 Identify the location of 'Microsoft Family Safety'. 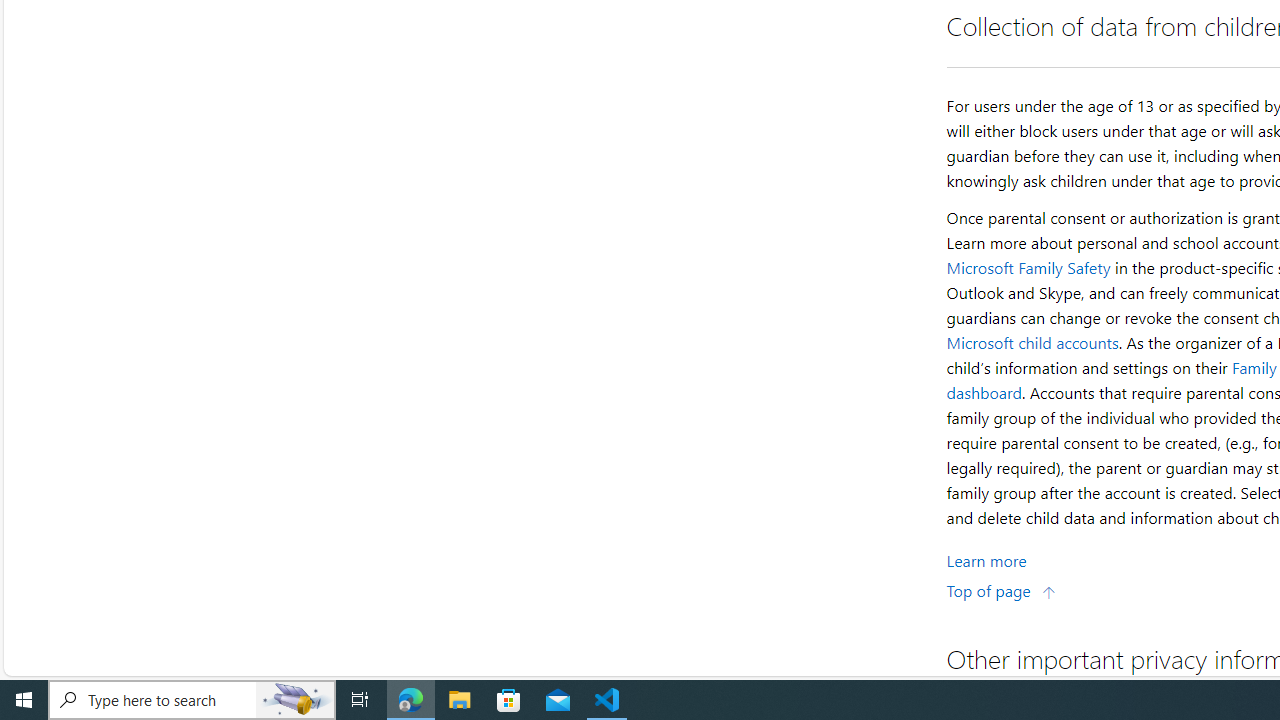
(1028, 266).